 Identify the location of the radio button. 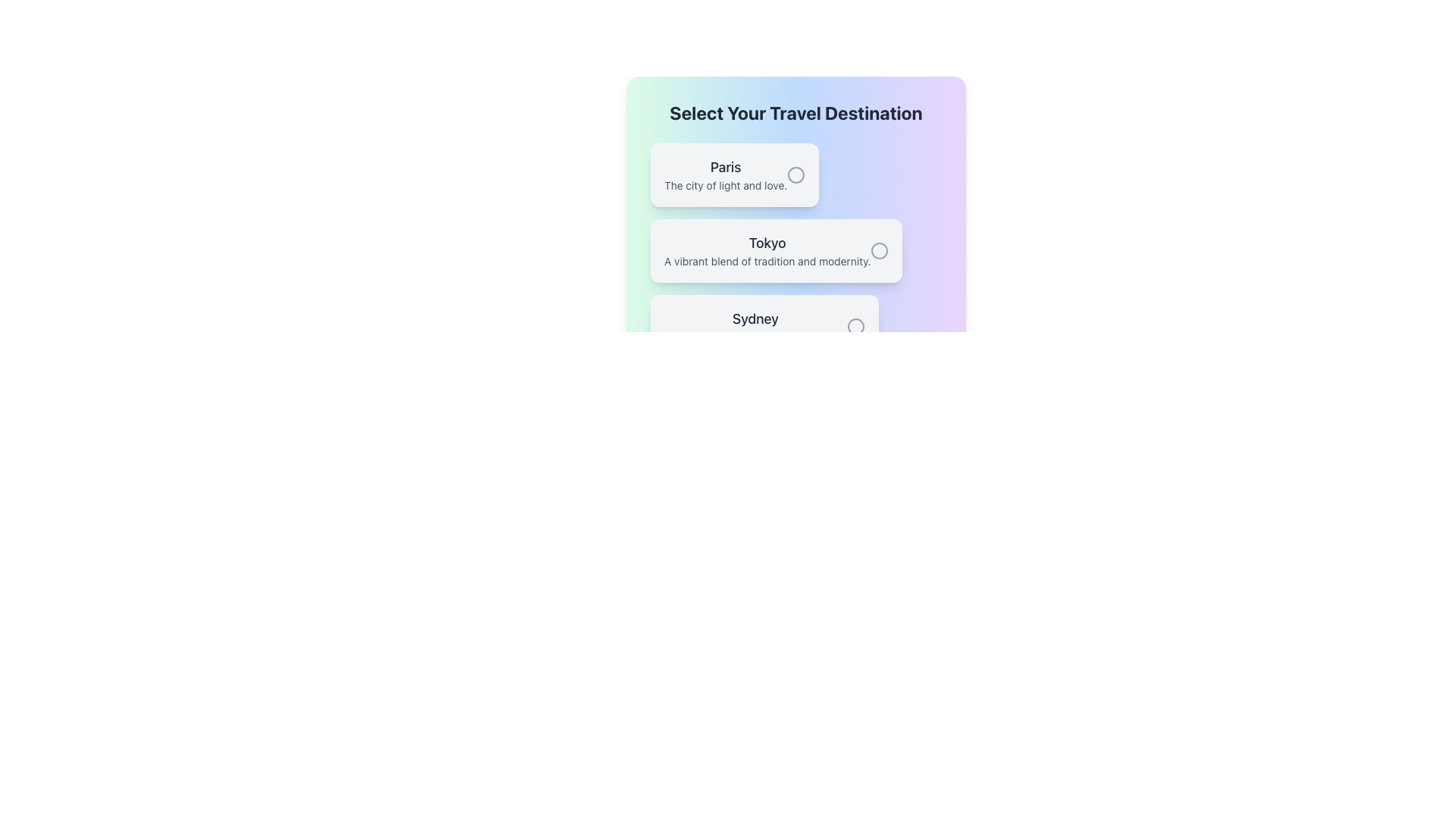
(855, 326).